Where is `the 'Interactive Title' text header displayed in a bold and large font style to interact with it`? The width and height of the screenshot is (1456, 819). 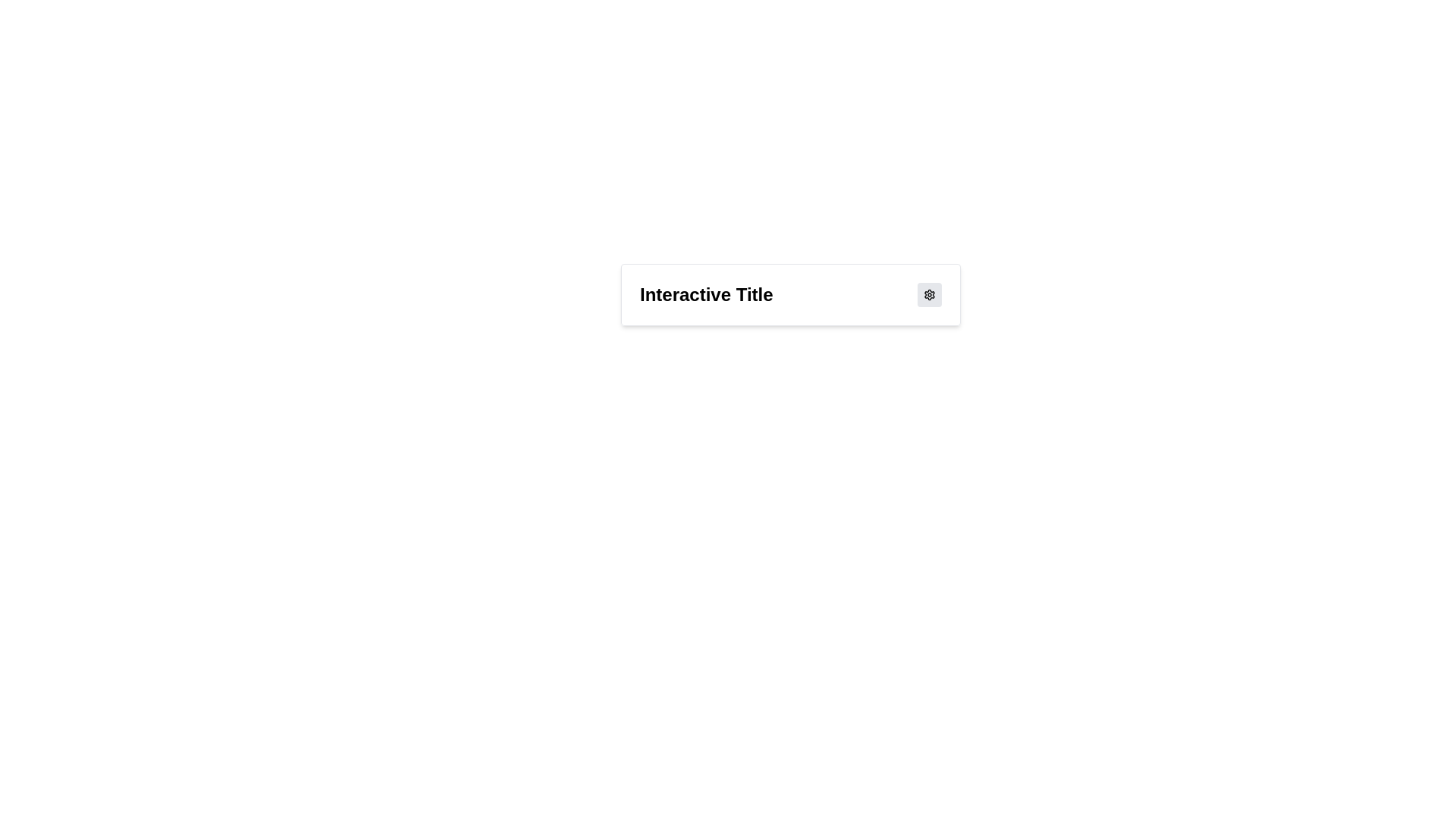 the 'Interactive Title' text header displayed in a bold and large font style to interact with it is located at coordinates (705, 295).